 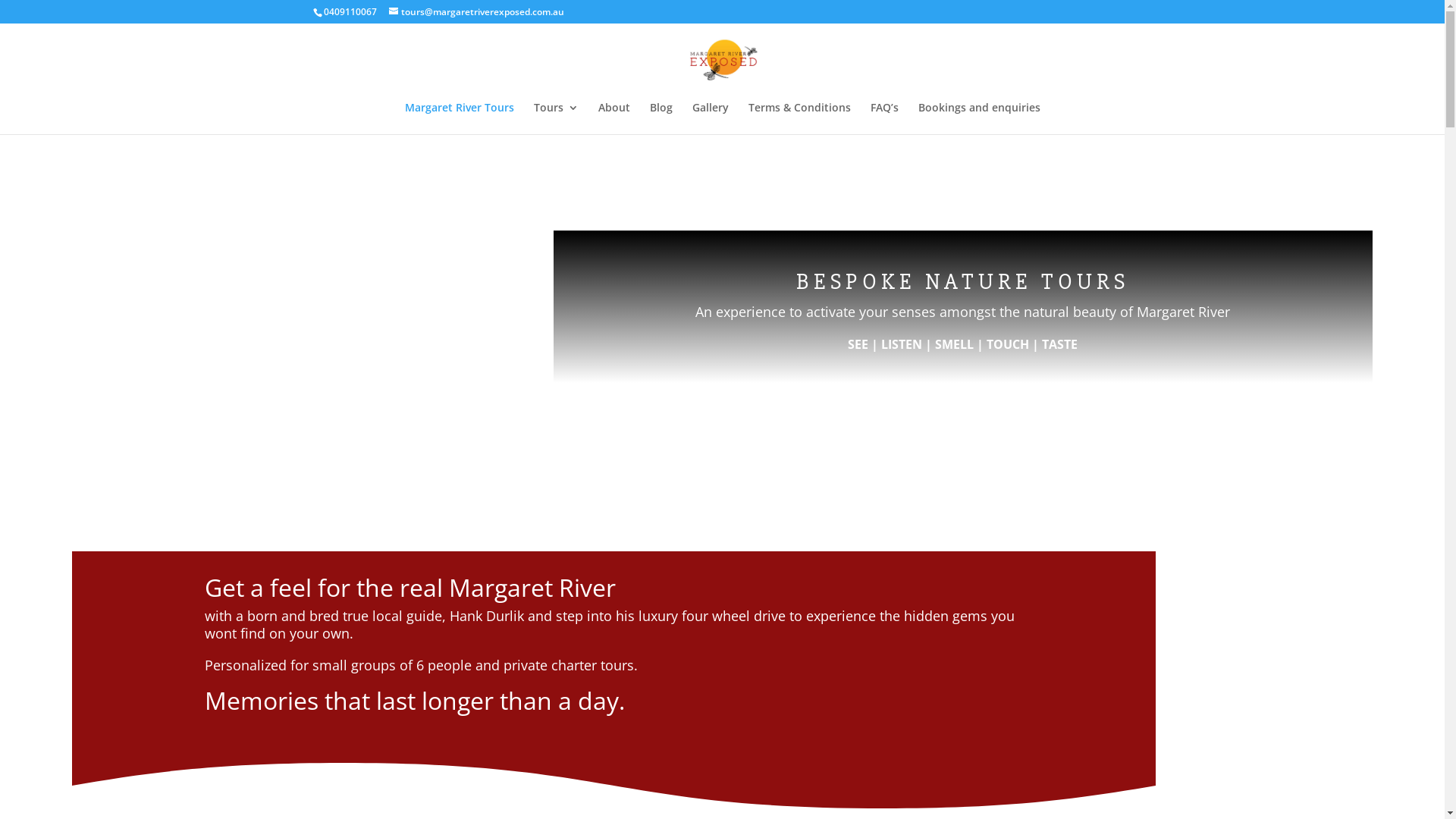 What do you see at coordinates (458, 117) in the screenshot?
I see `'Margaret River Tours'` at bounding box center [458, 117].